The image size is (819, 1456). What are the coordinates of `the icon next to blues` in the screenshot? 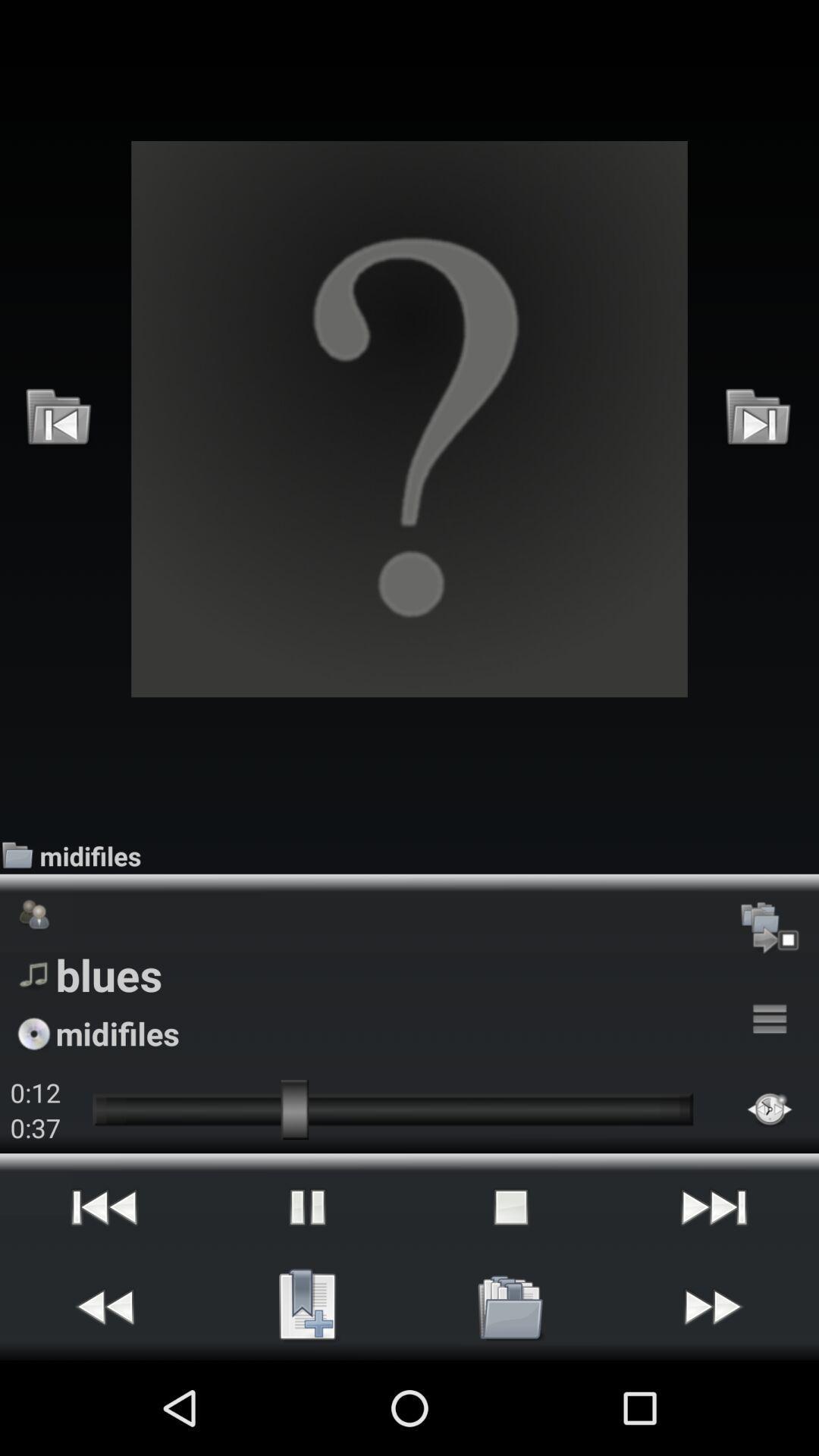 It's located at (770, 1019).